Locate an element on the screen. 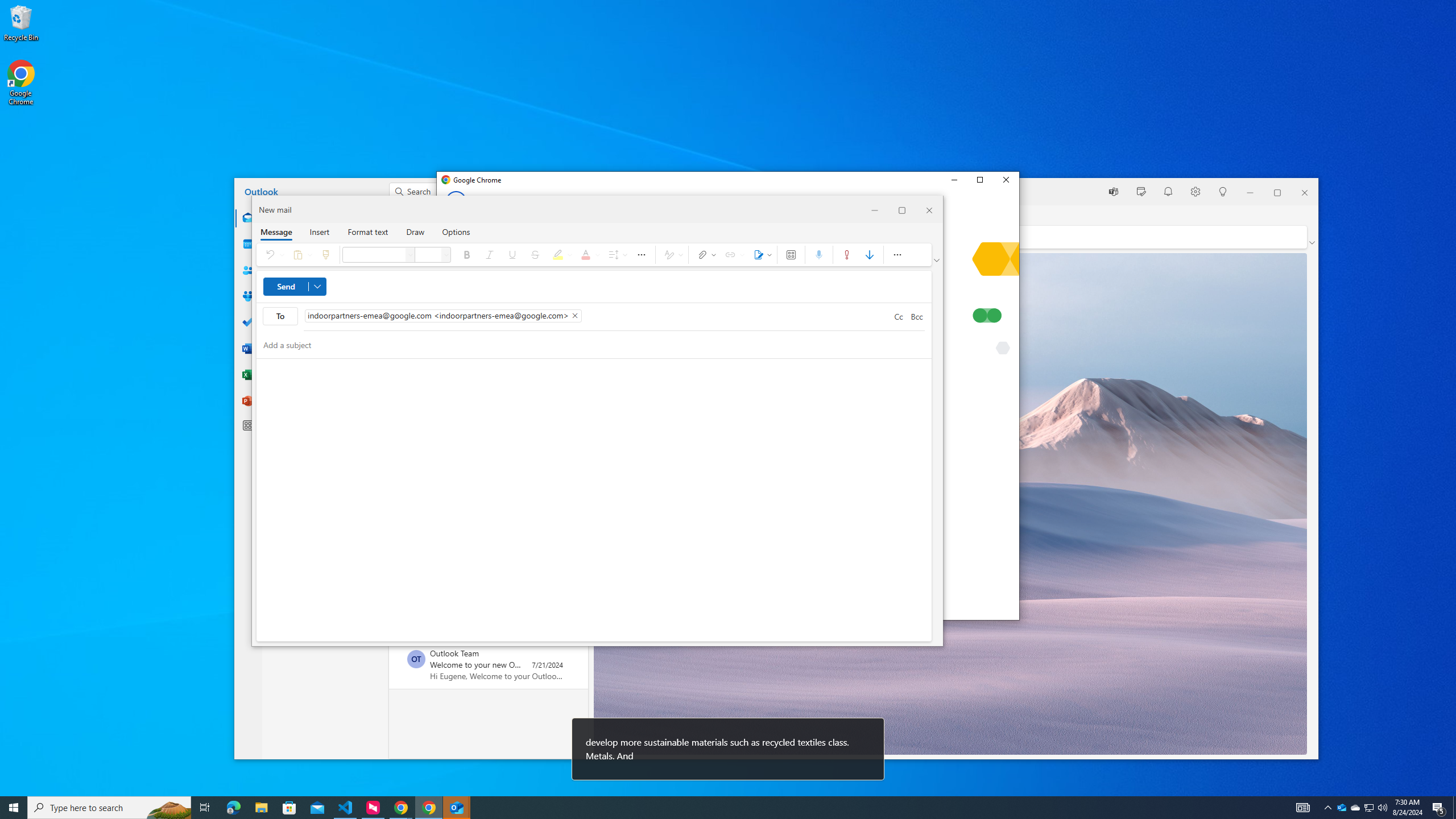 The height and width of the screenshot is (819, 1456). 'System Promoted Notification Area' is located at coordinates (1342, 806).